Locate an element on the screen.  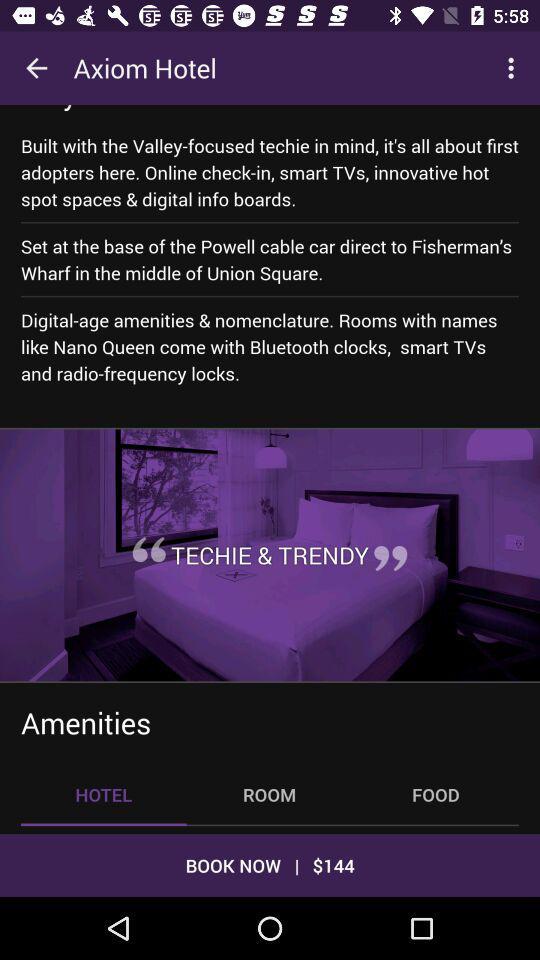
the icon to the left of the axiom hotel icon is located at coordinates (36, 68).